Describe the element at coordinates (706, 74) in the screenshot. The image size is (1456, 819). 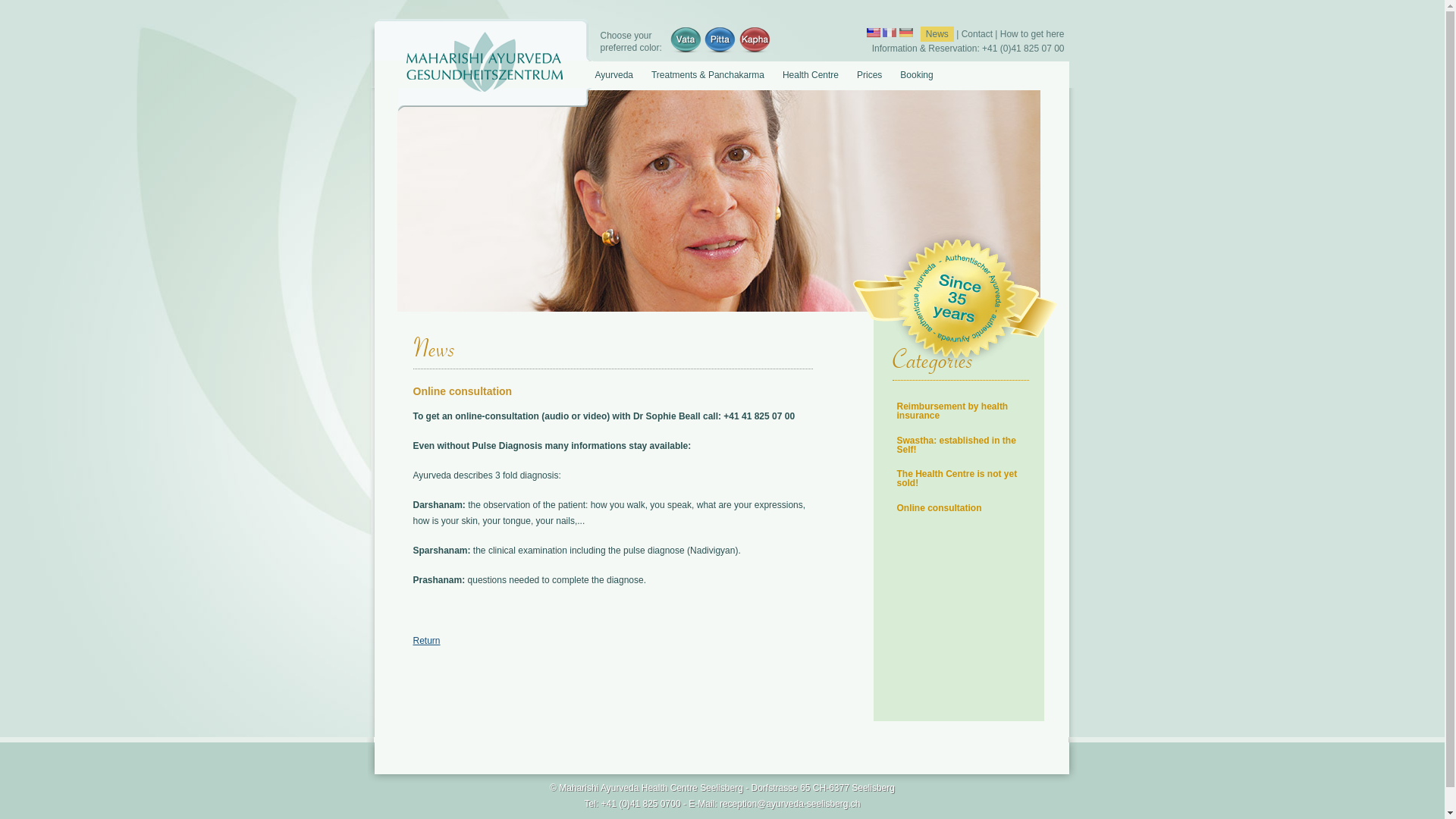
I see `'Treatments & Panchakarma'` at that location.